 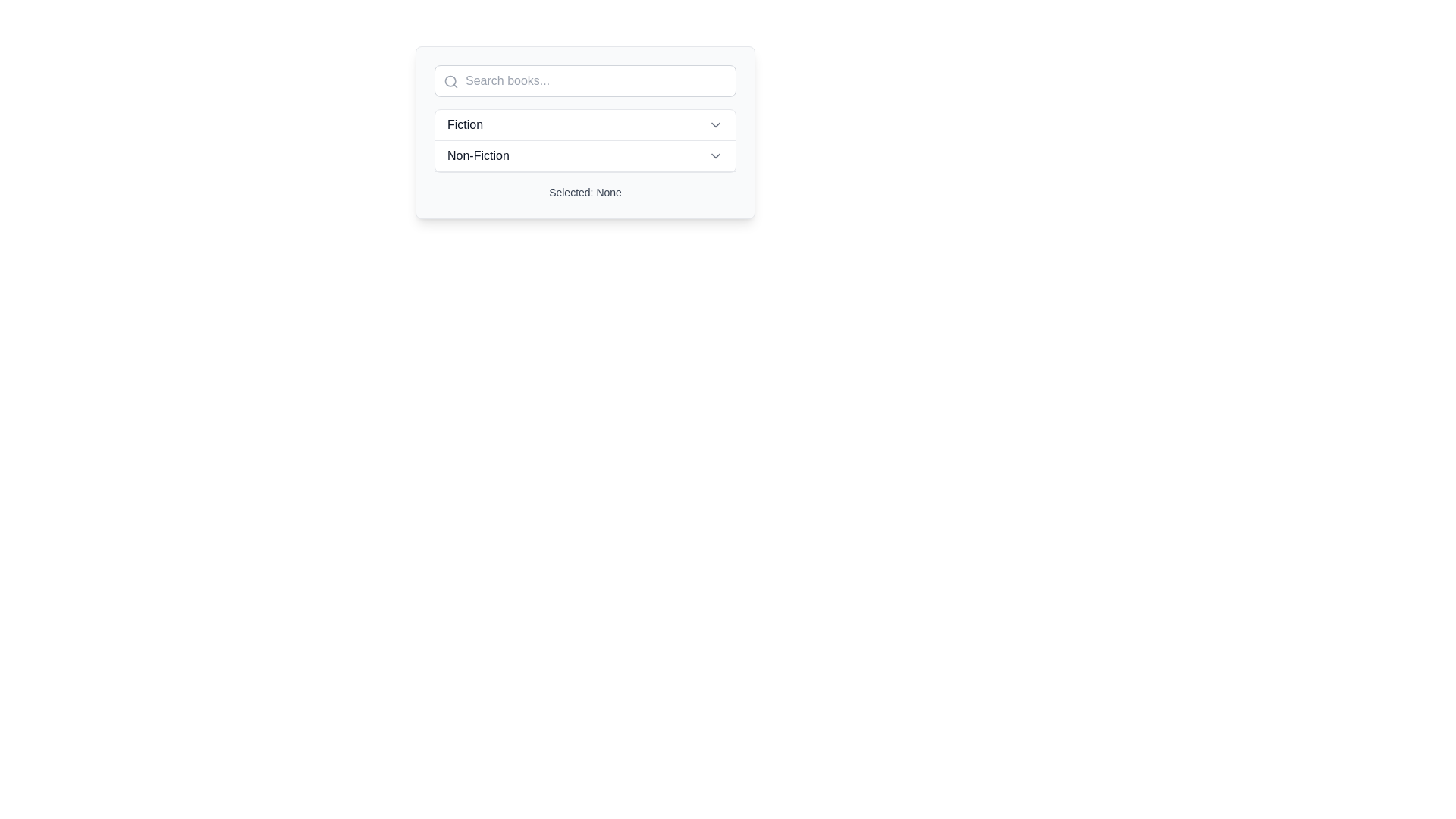 I want to click on the static text display that reads 'Selected: None', which is positioned below the 'Non-Fiction' dropdown menu in the 'Search books' panel, so click(x=585, y=192).